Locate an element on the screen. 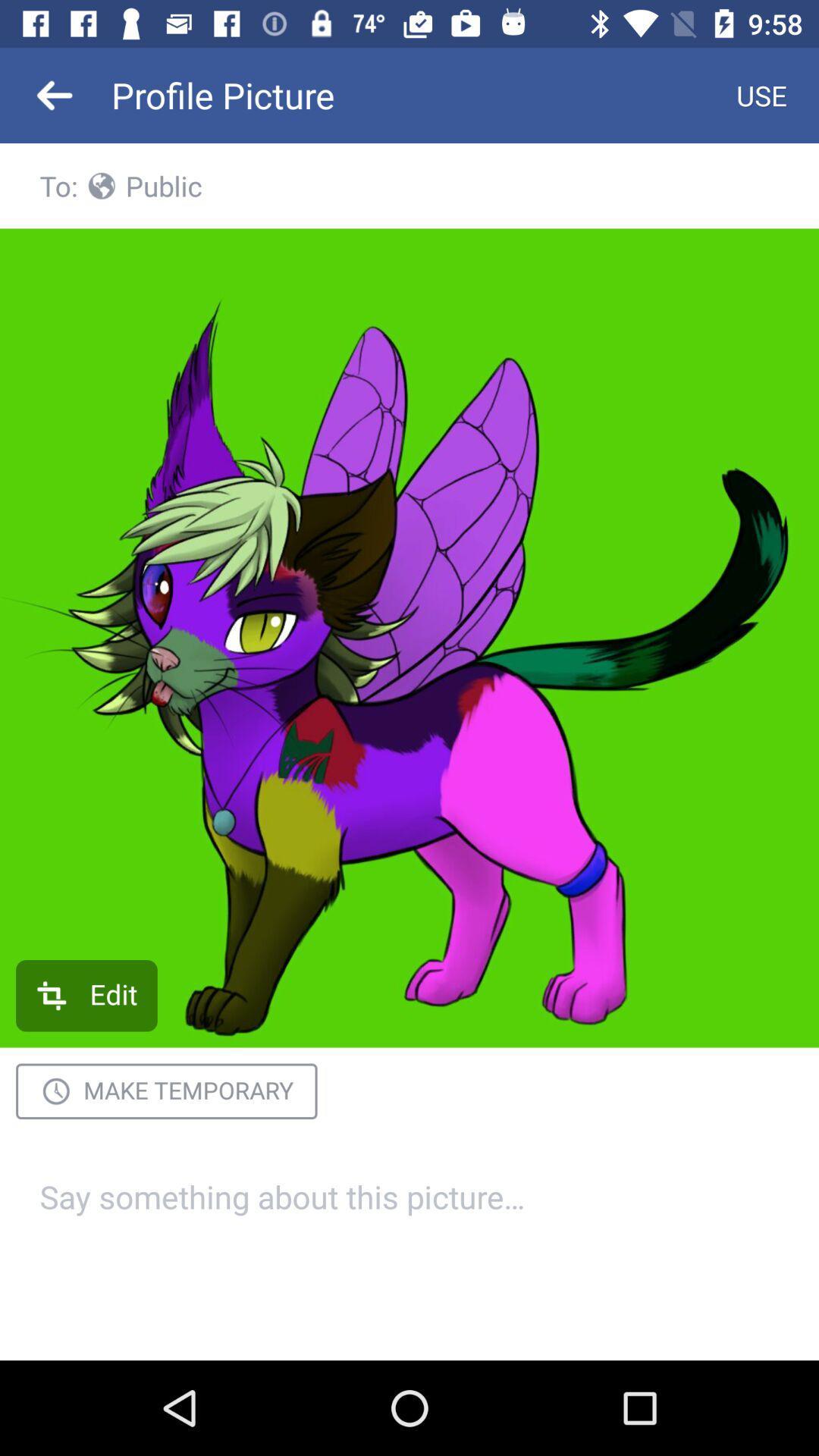  the icon above to: is located at coordinates (55, 94).